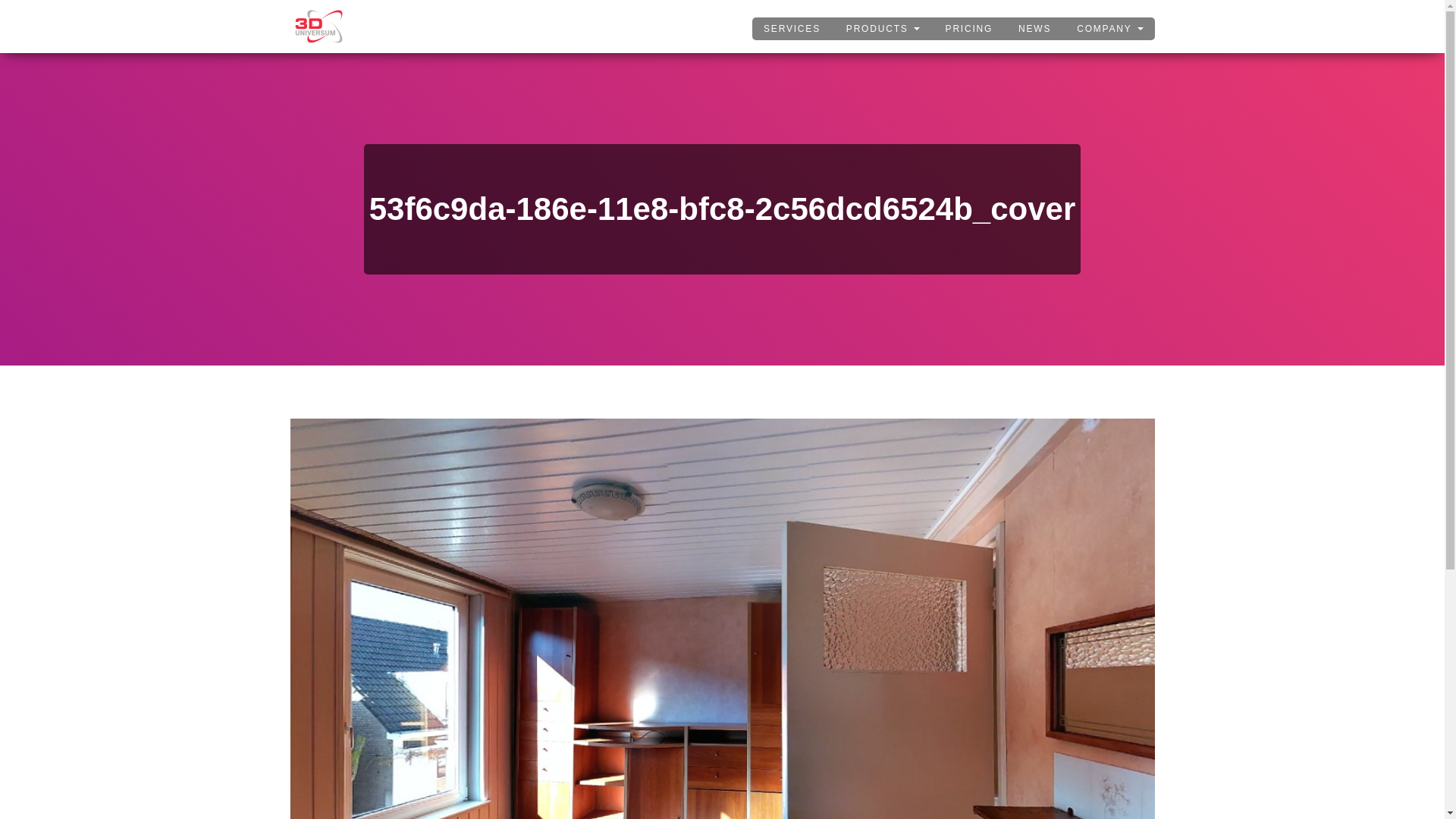  What do you see at coordinates (1034, 28) in the screenshot?
I see `'NEWS'` at bounding box center [1034, 28].